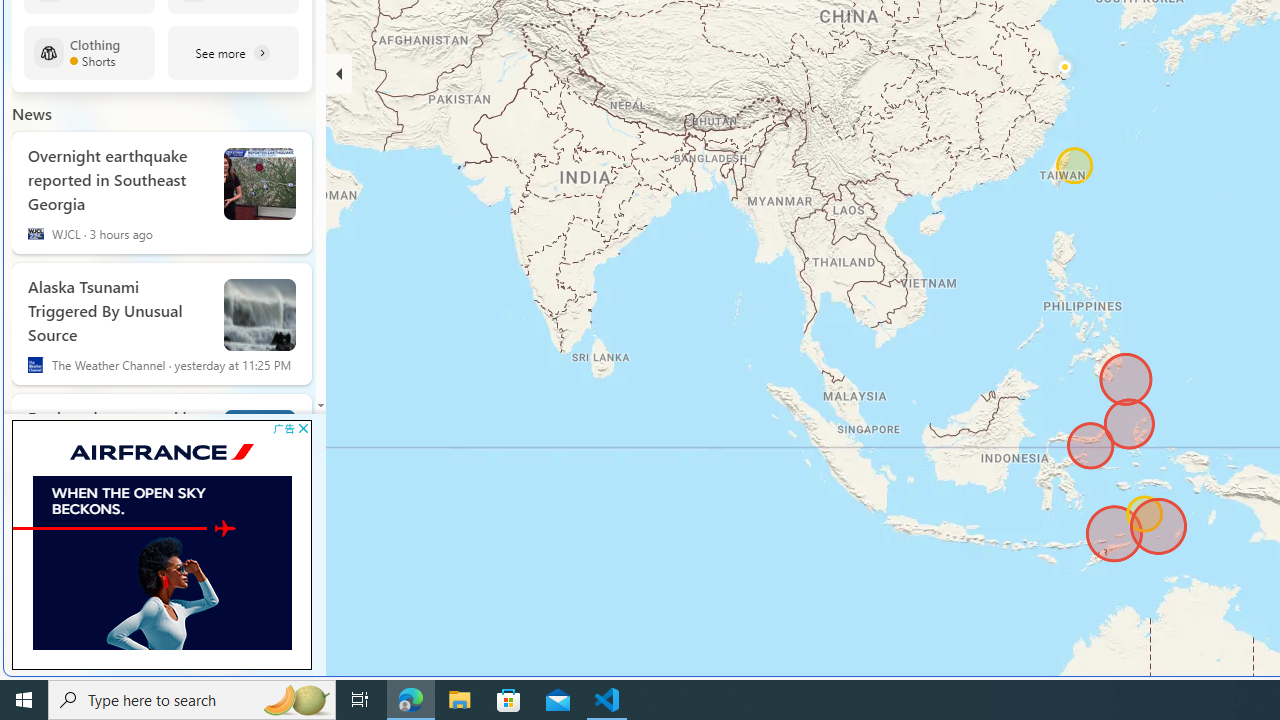  Describe the element at coordinates (320, 675) in the screenshot. I see `'Ad'` at that location.